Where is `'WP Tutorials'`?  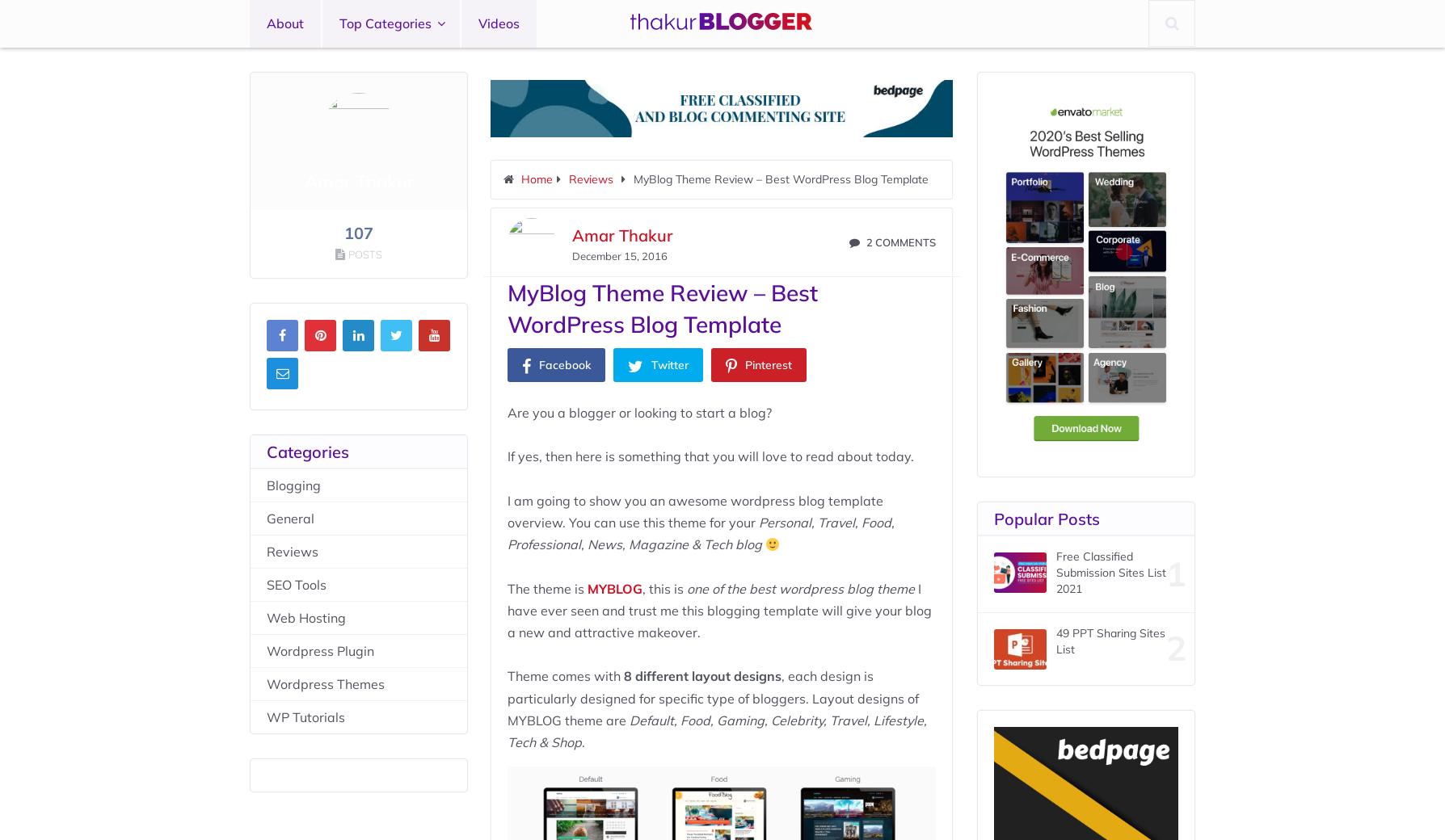 'WP Tutorials' is located at coordinates (305, 716).